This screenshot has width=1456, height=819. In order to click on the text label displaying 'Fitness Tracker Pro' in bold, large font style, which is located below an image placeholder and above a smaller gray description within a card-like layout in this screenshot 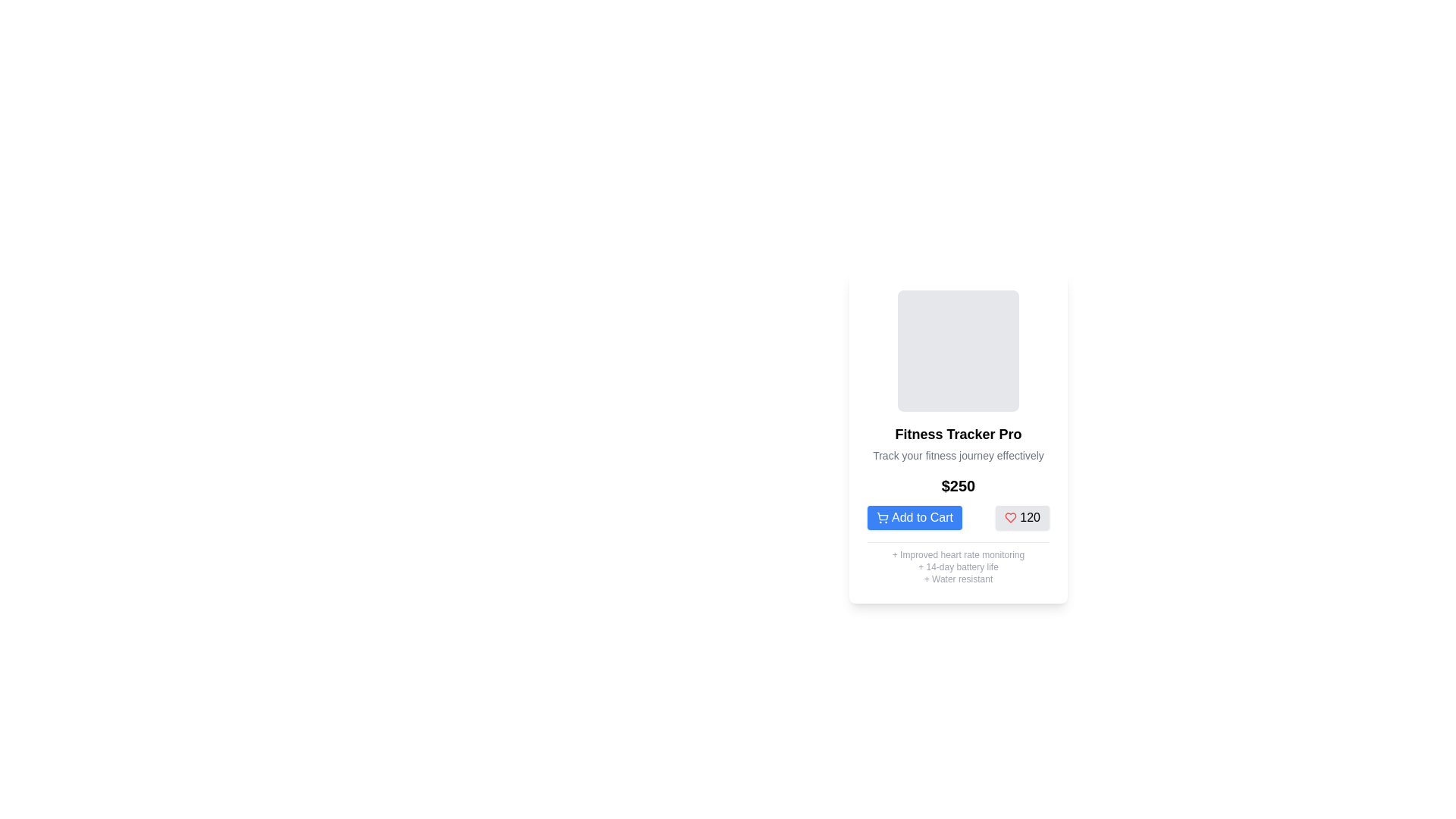, I will do `click(957, 435)`.